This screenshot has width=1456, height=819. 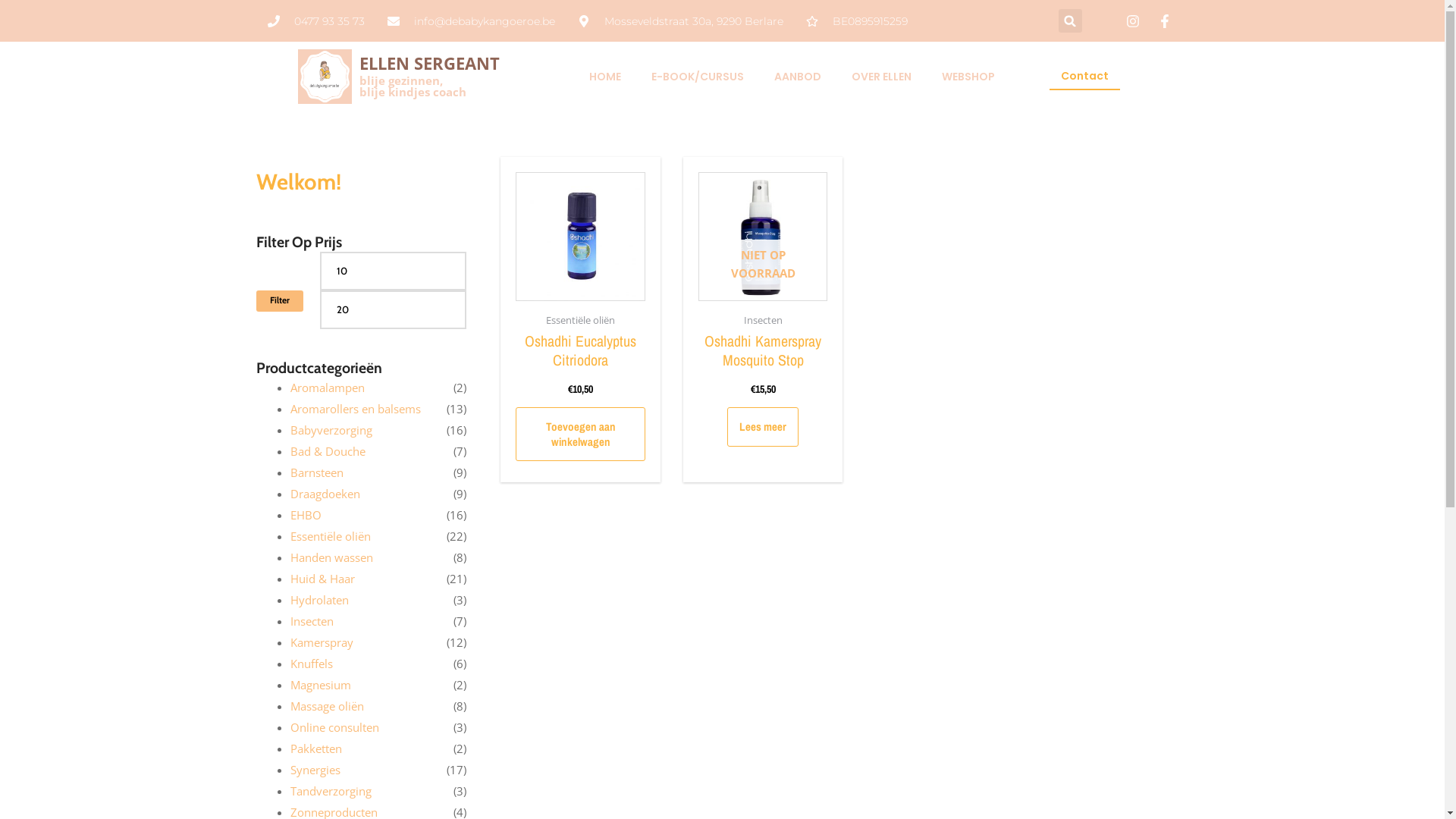 What do you see at coordinates (763, 427) in the screenshot?
I see `'Lees meer'` at bounding box center [763, 427].